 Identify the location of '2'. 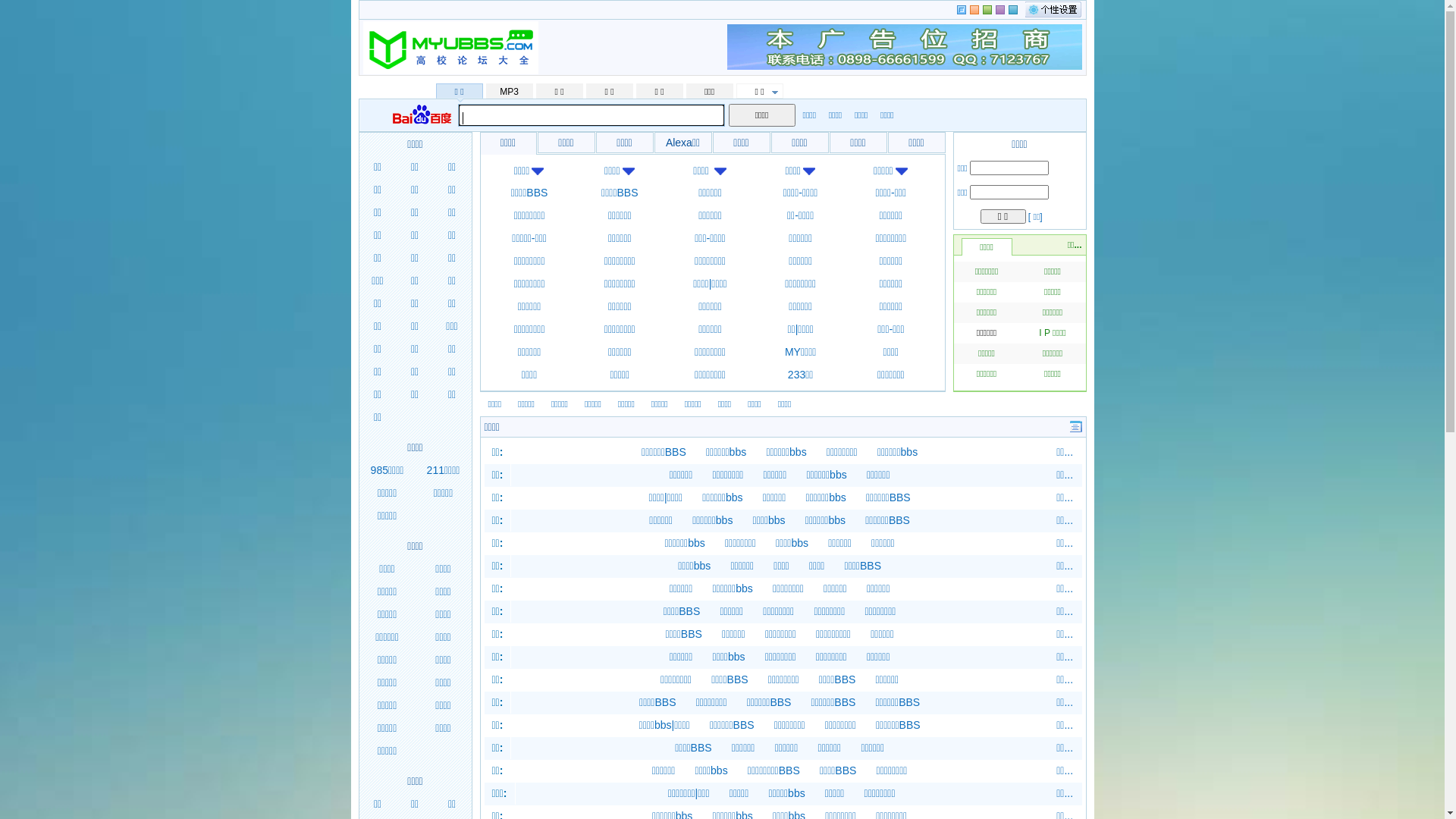
(983, 9).